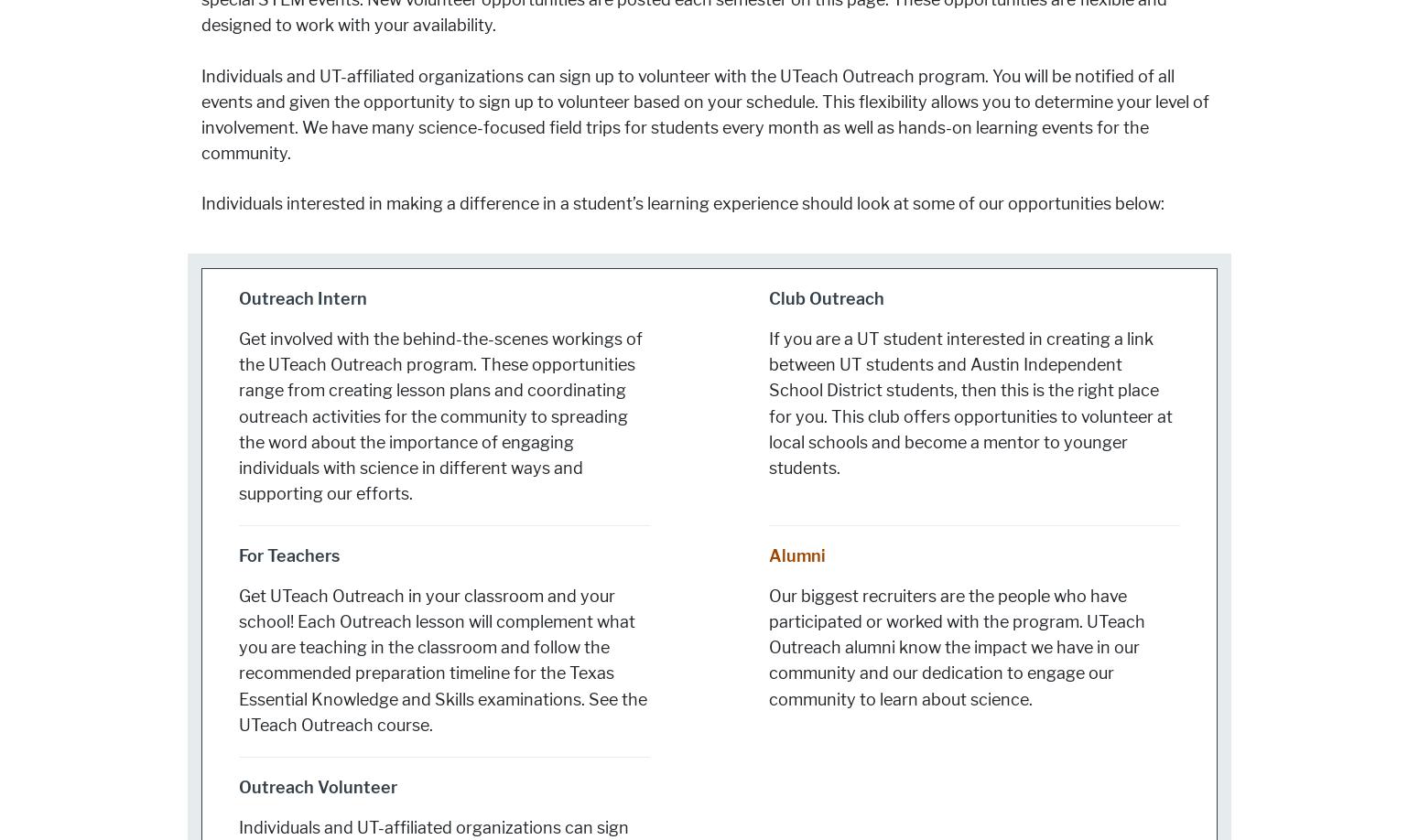 Image resolution: width=1419 pixels, height=840 pixels. Describe the element at coordinates (827, 298) in the screenshot. I see `'Club Outreach'` at that location.